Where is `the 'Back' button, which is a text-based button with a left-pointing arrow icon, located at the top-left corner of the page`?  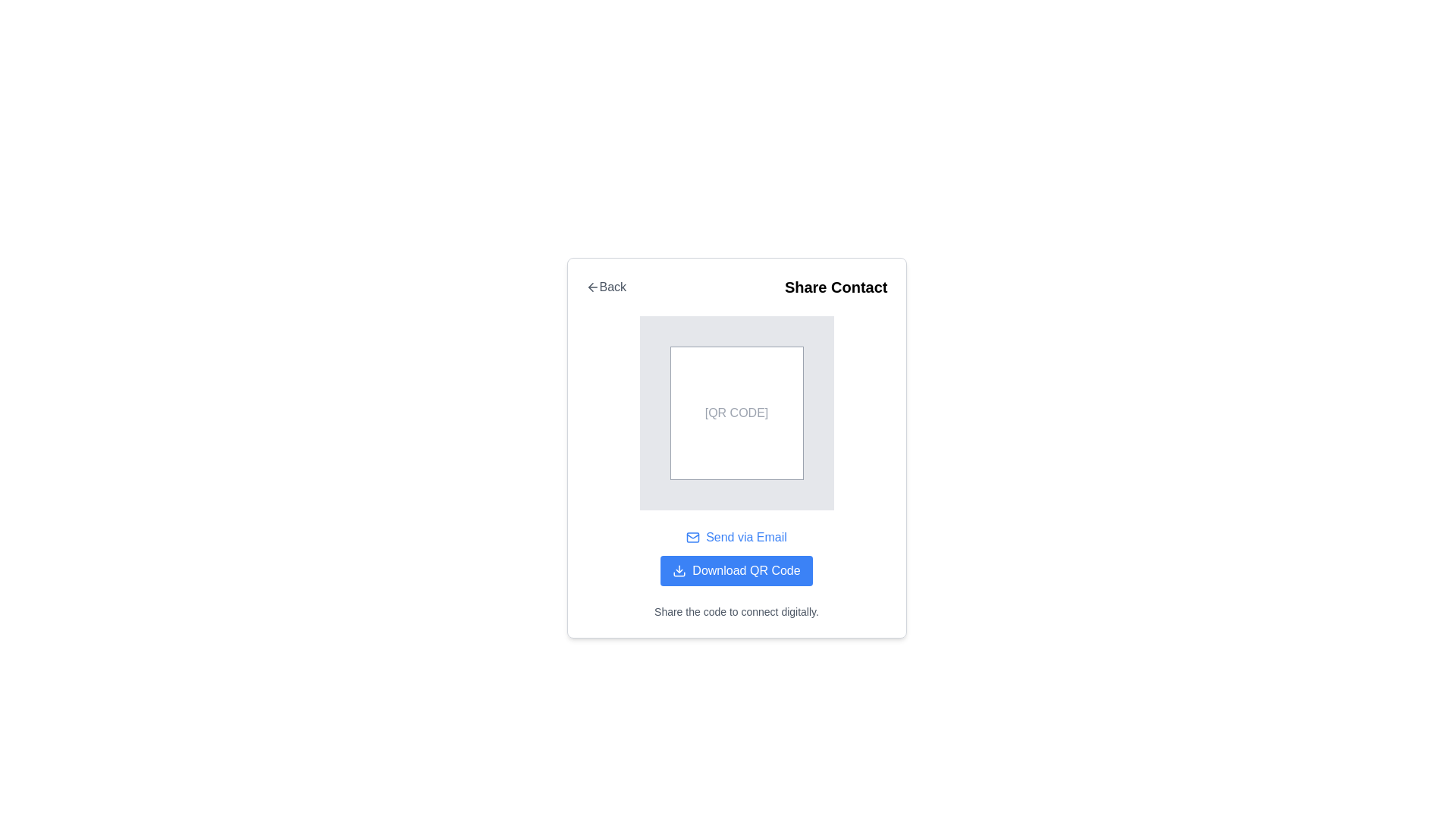 the 'Back' button, which is a text-based button with a left-pointing arrow icon, located at the top-left corner of the page is located at coordinates (605, 287).